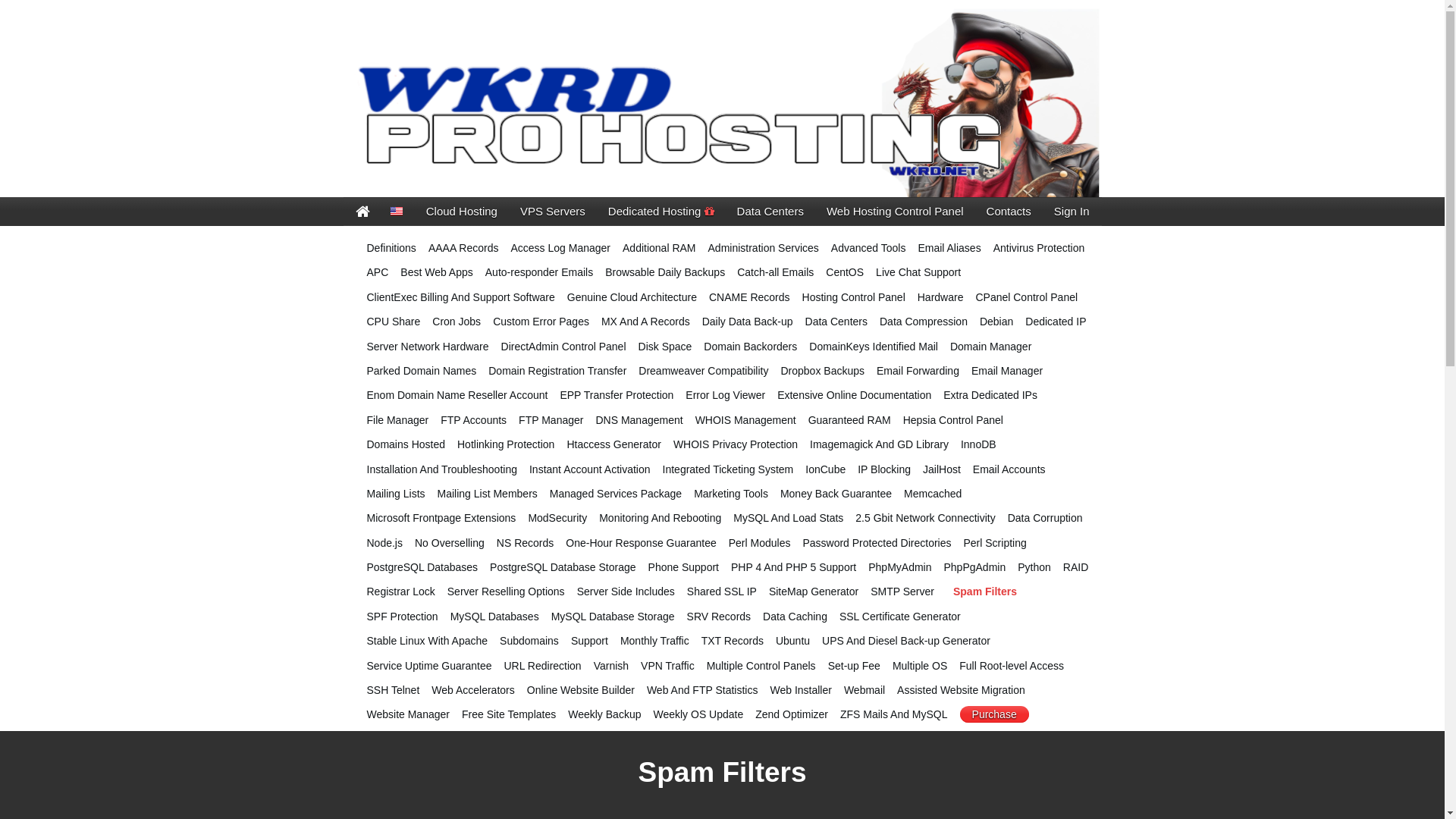 The width and height of the screenshot is (1456, 819). Describe the element at coordinates (588, 468) in the screenshot. I see `'Instant Account Activation'` at that location.